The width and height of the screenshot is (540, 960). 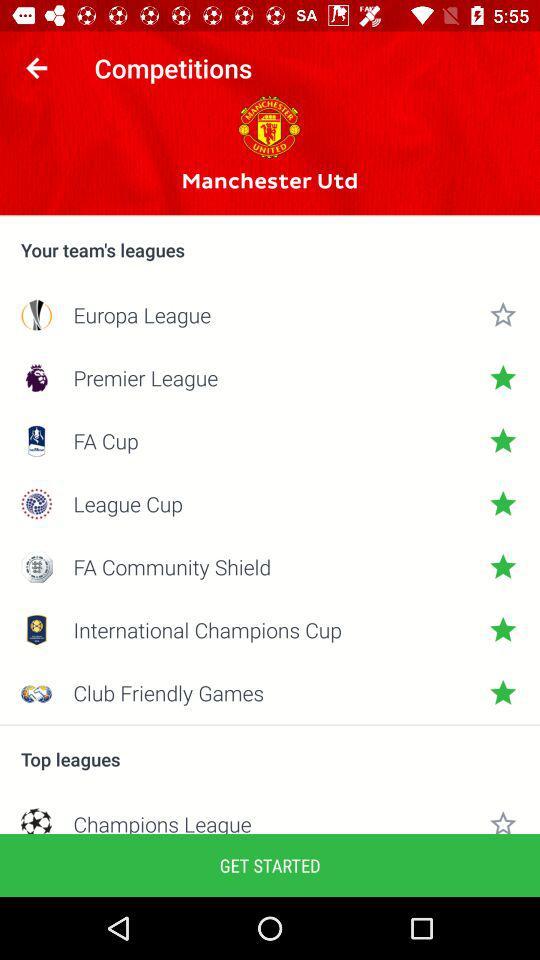 I want to click on the icon above the premier league icon, so click(x=270, y=314).